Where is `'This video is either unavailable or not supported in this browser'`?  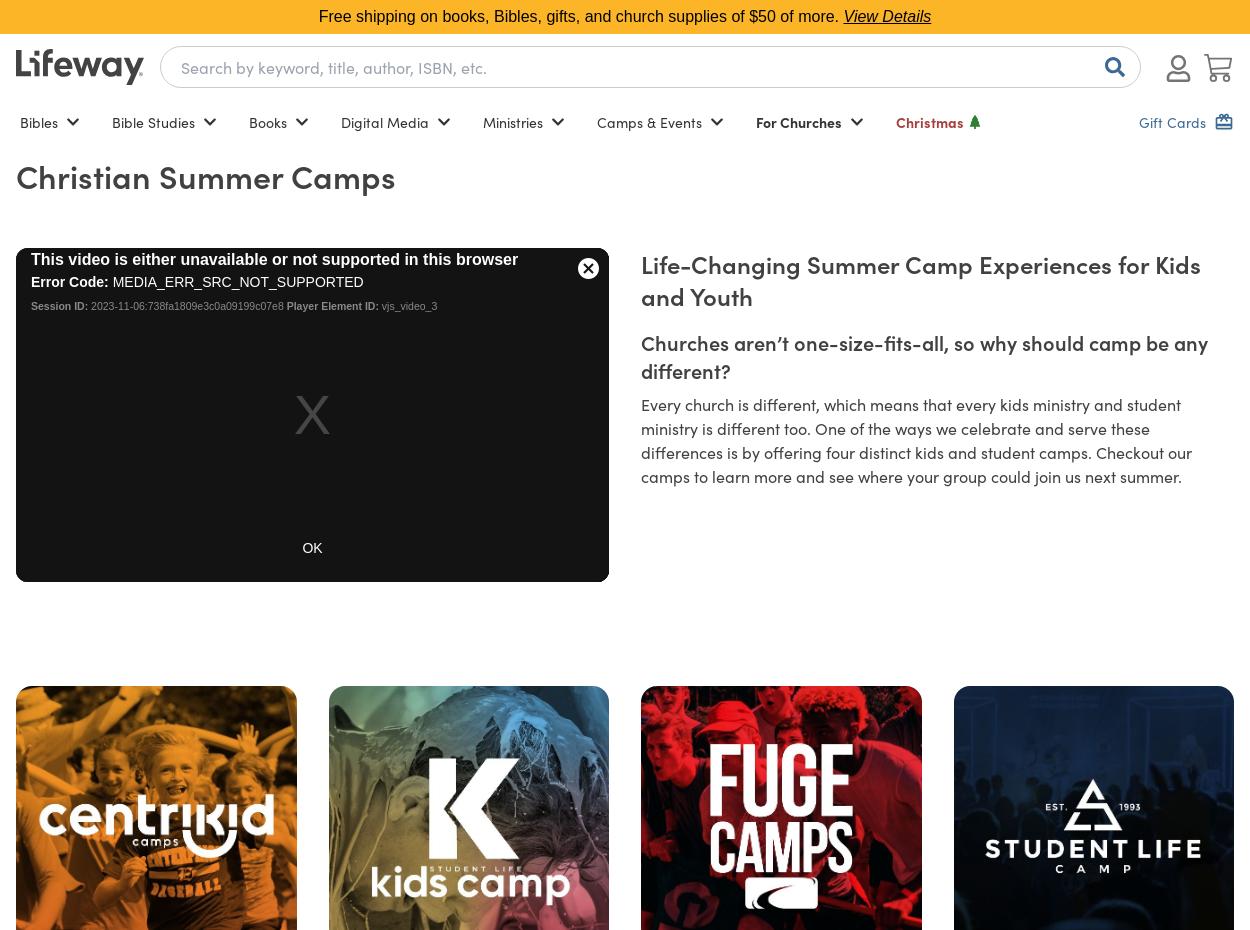 'This video is either unavailable or not supported in this browser' is located at coordinates (274, 259).